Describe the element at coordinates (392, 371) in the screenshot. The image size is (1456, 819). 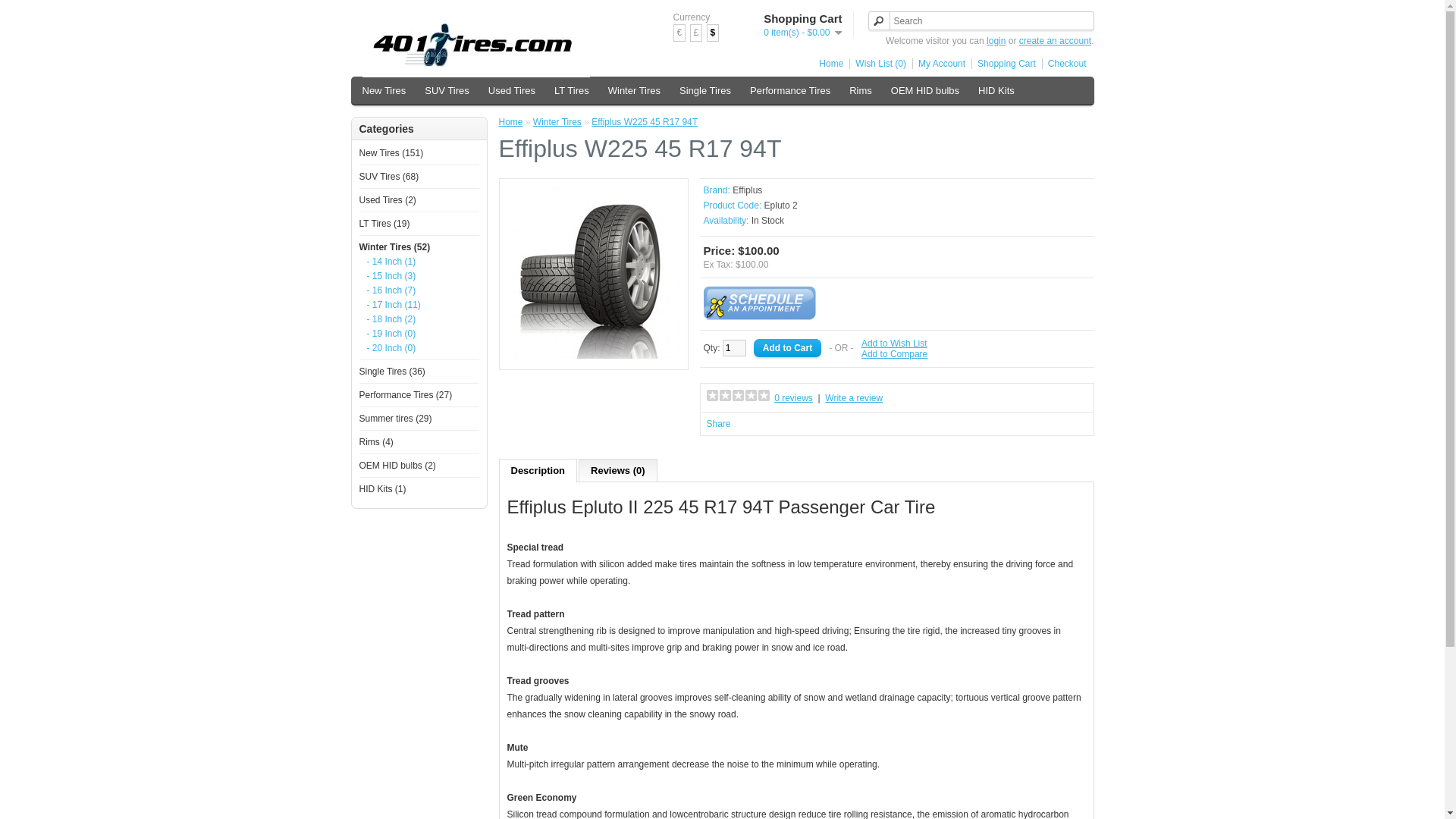
I see `'Single Tires (36)'` at that location.